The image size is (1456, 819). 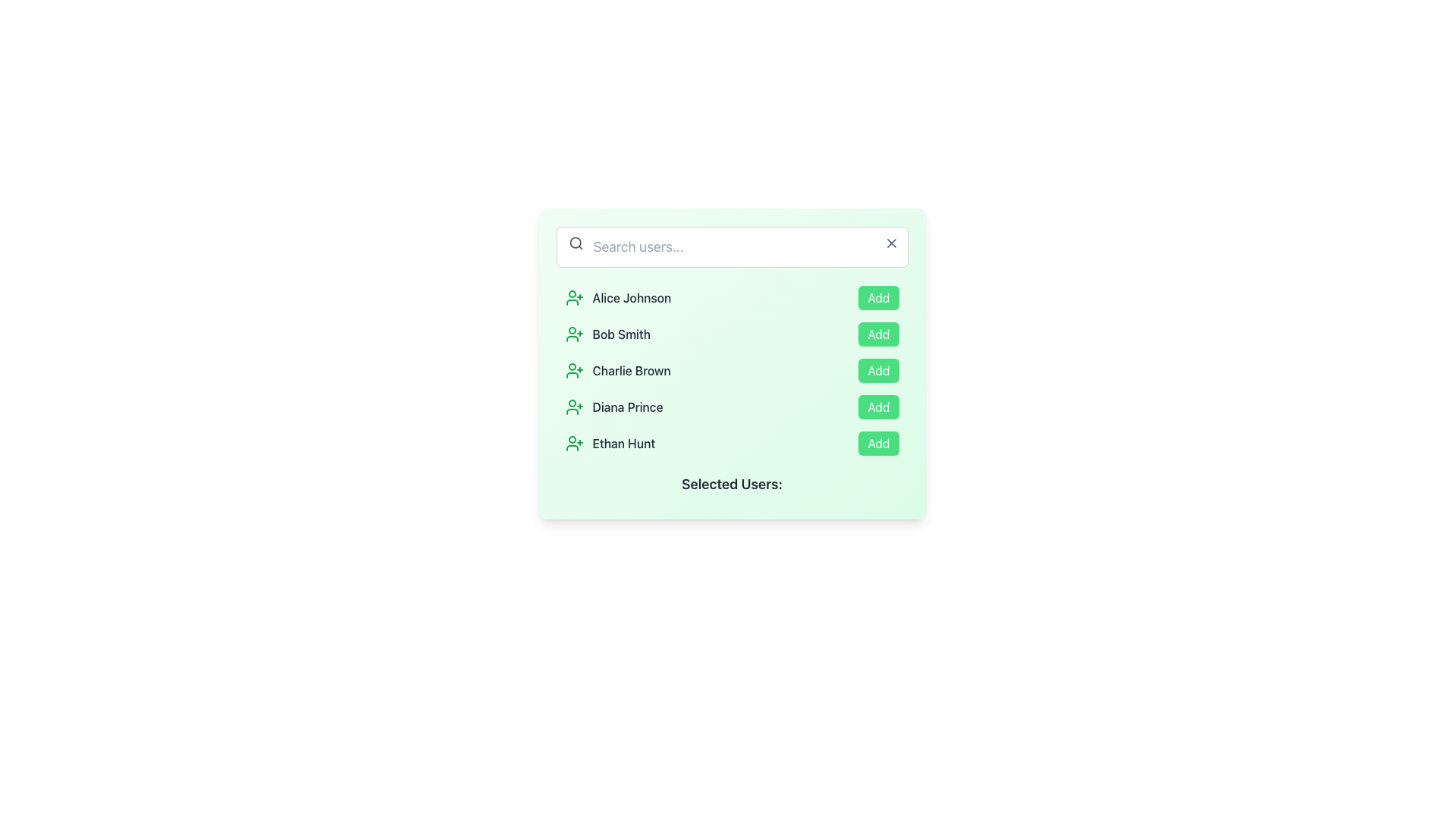 What do you see at coordinates (628, 406) in the screenshot?
I see `the text element displaying the user's name 'Diana Prince', which is the fourth item in the user list` at bounding box center [628, 406].